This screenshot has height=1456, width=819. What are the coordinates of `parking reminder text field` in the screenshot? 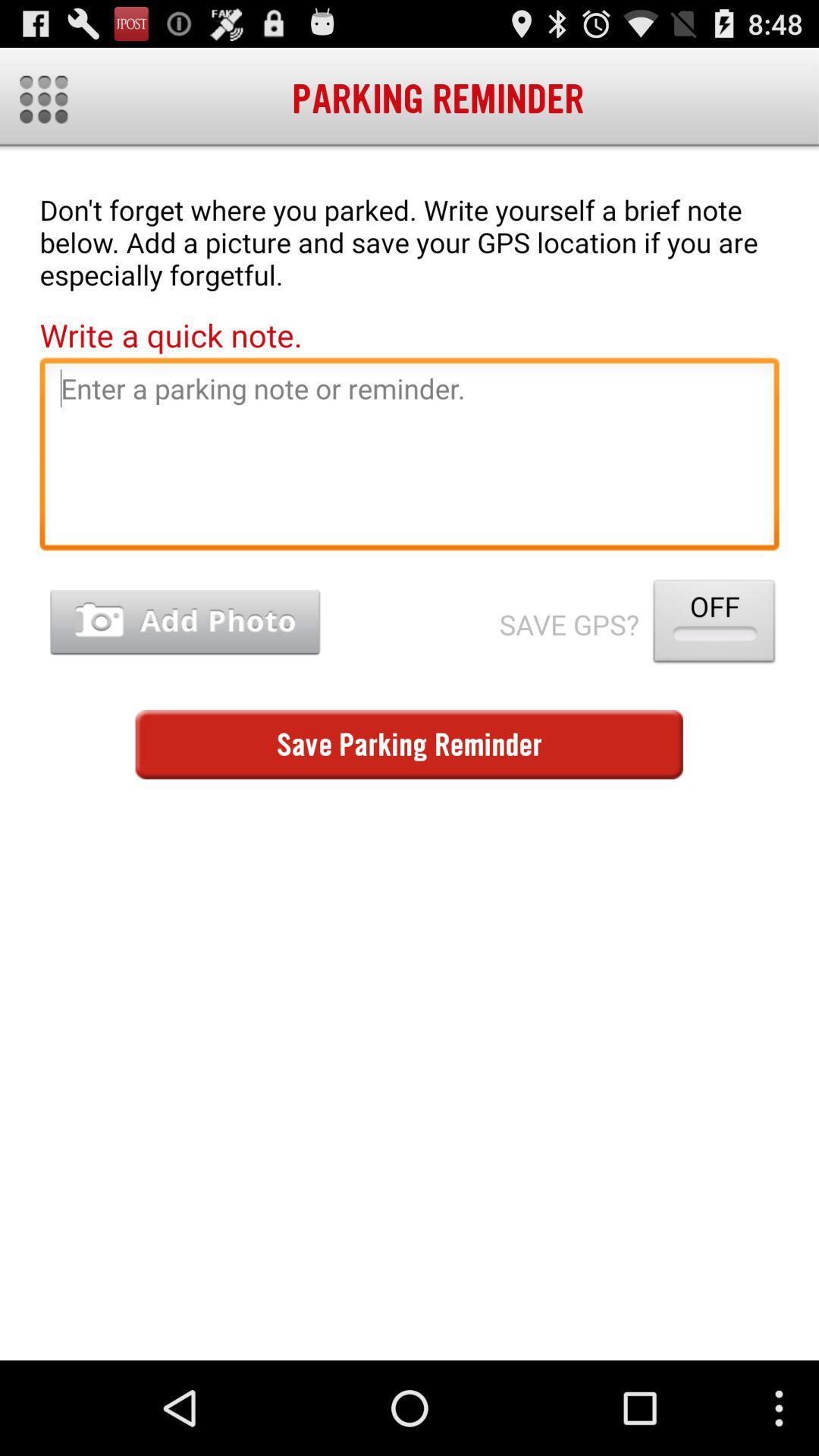 It's located at (409, 457).